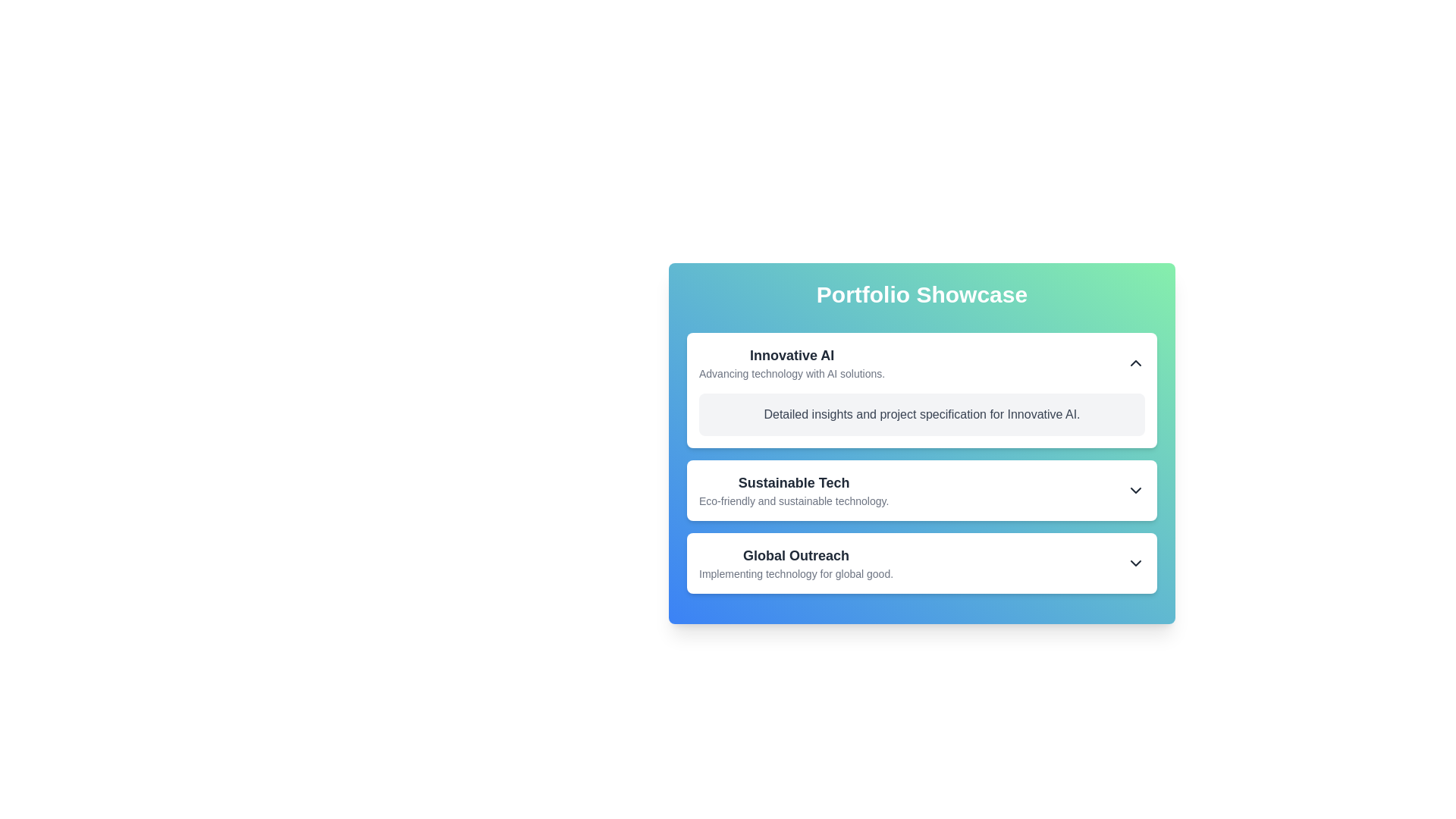  Describe the element at coordinates (793, 500) in the screenshot. I see `the static text label that states 'Eco-friendly and sustainable technology.' located below the header 'Sustainable Tech' in the 'Portfolio Showcase' interface` at that location.